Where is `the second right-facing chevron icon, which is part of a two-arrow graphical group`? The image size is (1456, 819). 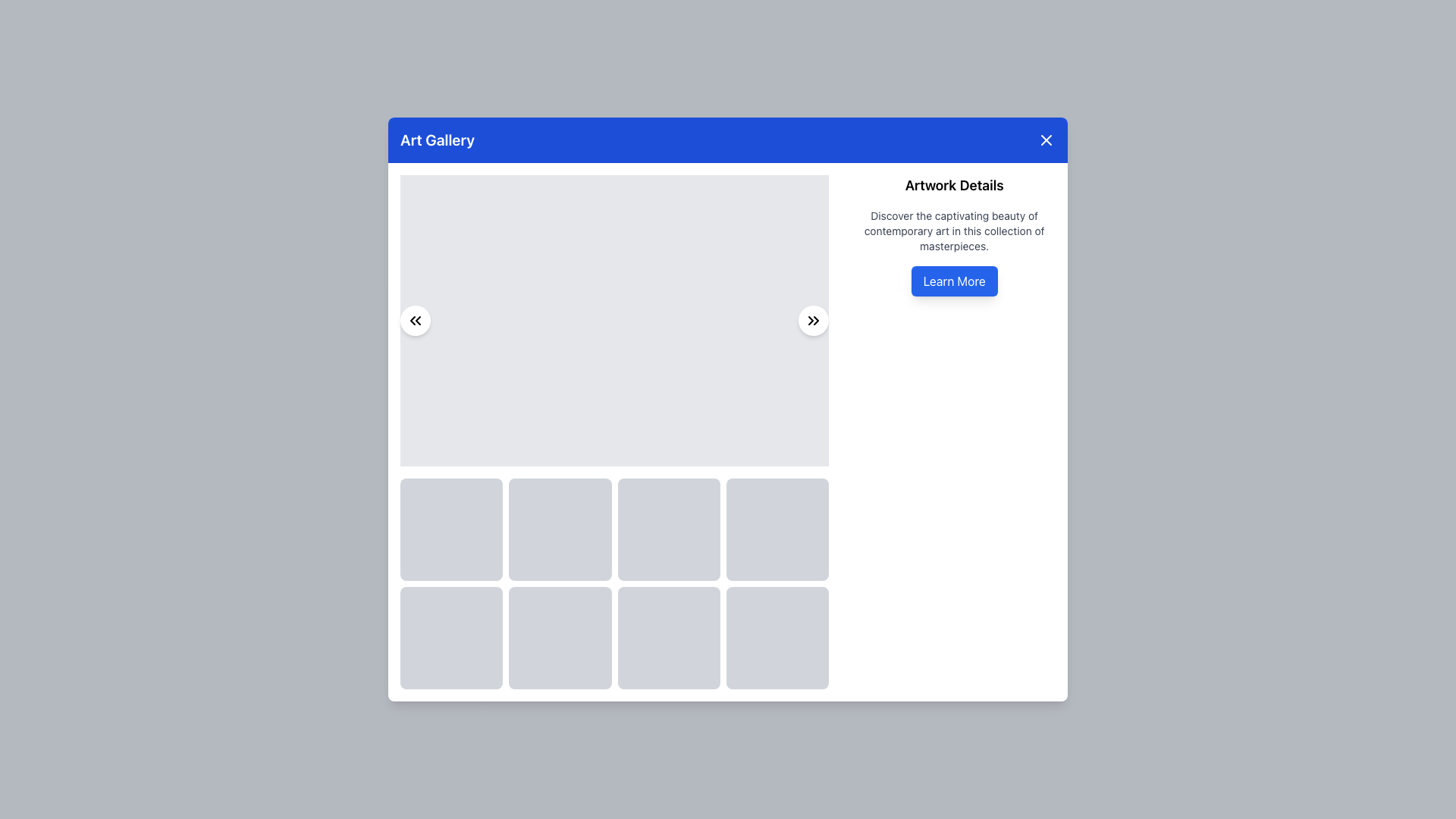 the second right-facing chevron icon, which is part of a two-arrow graphical group is located at coordinates (815, 319).